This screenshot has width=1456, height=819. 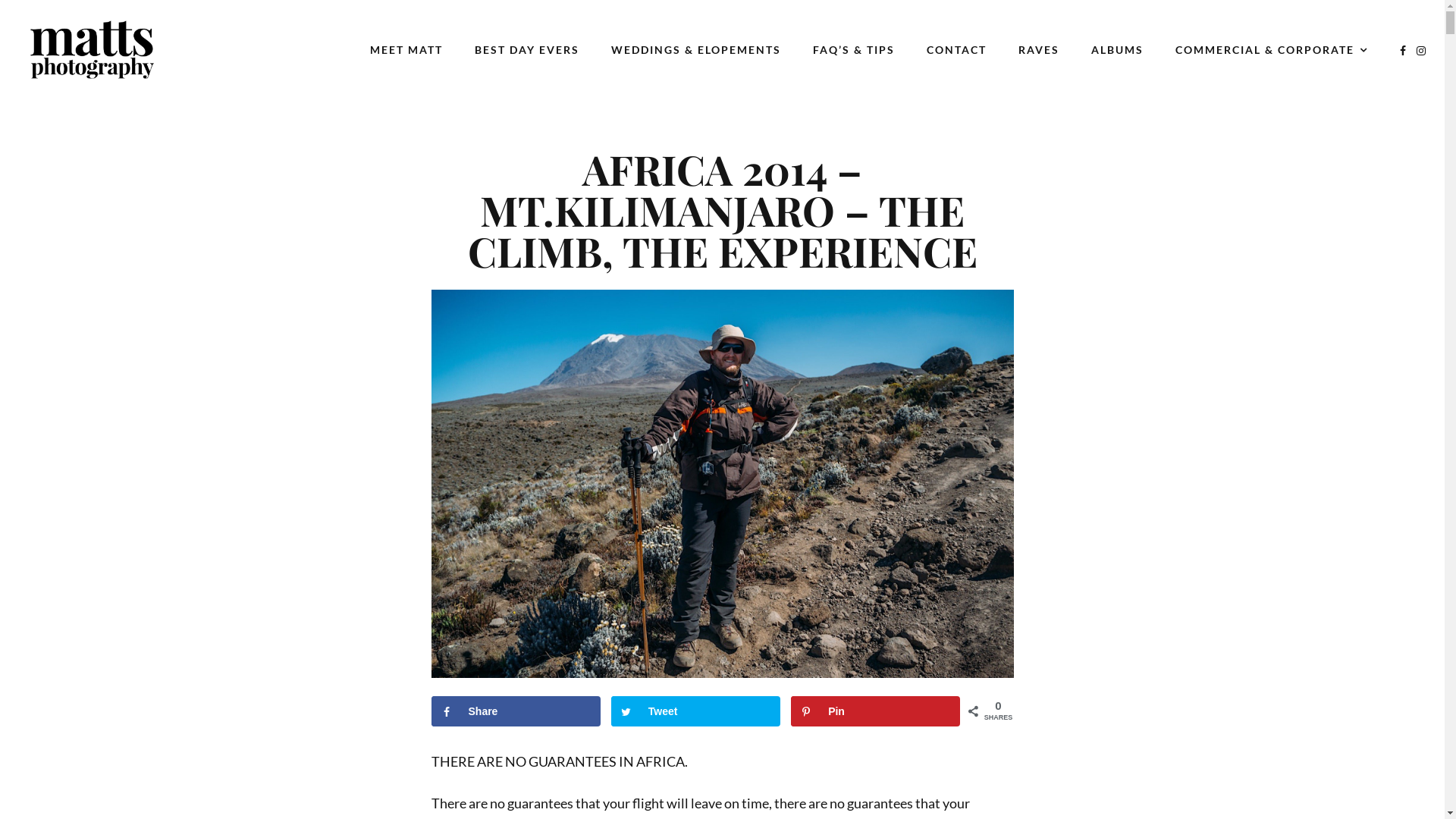 What do you see at coordinates (1175, 49) in the screenshot?
I see `'COMMERCIAL & CORPORATE'` at bounding box center [1175, 49].